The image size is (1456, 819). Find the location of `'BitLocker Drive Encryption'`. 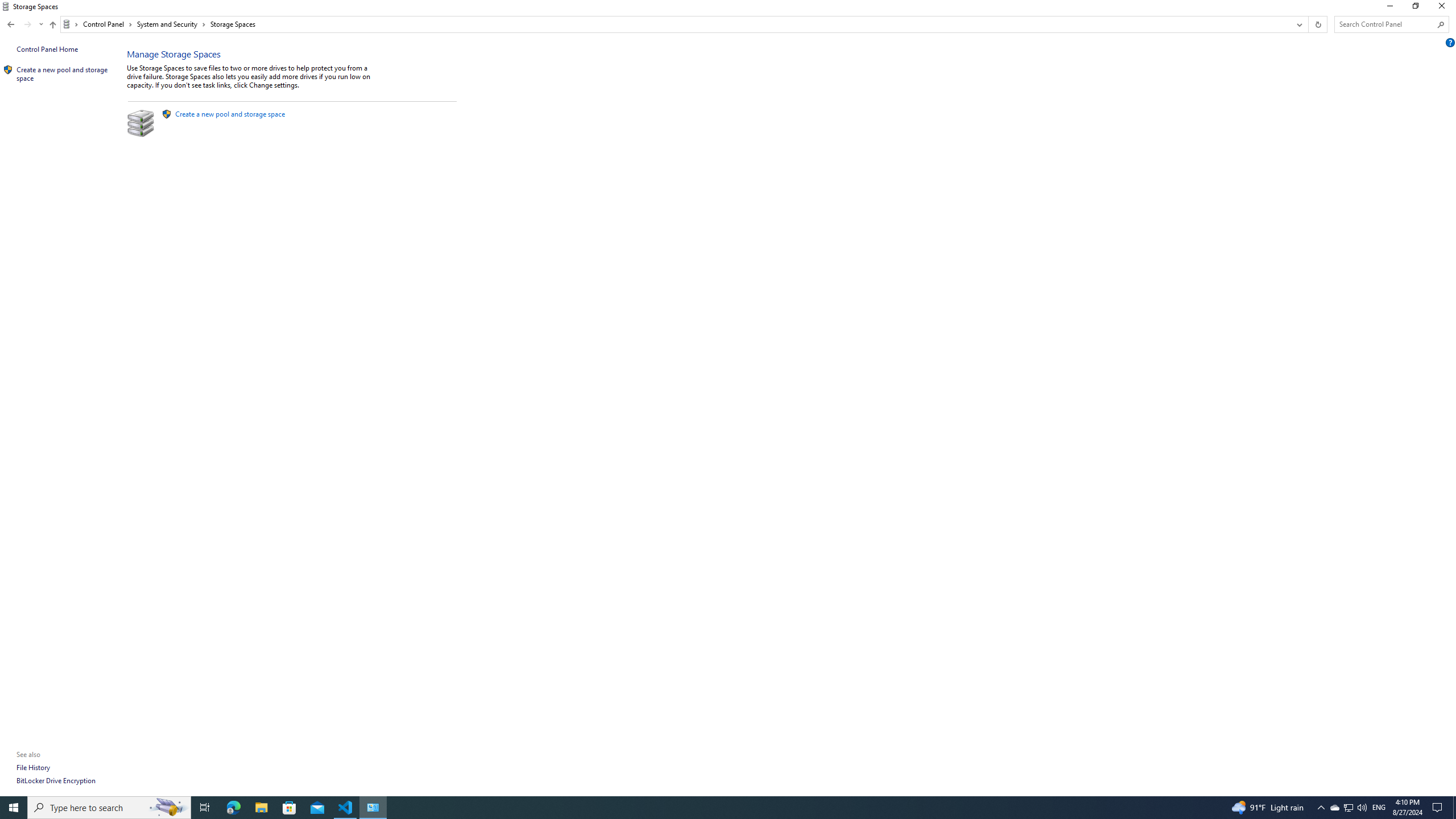

'BitLocker Drive Encryption' is located at coordinates (55, 780).